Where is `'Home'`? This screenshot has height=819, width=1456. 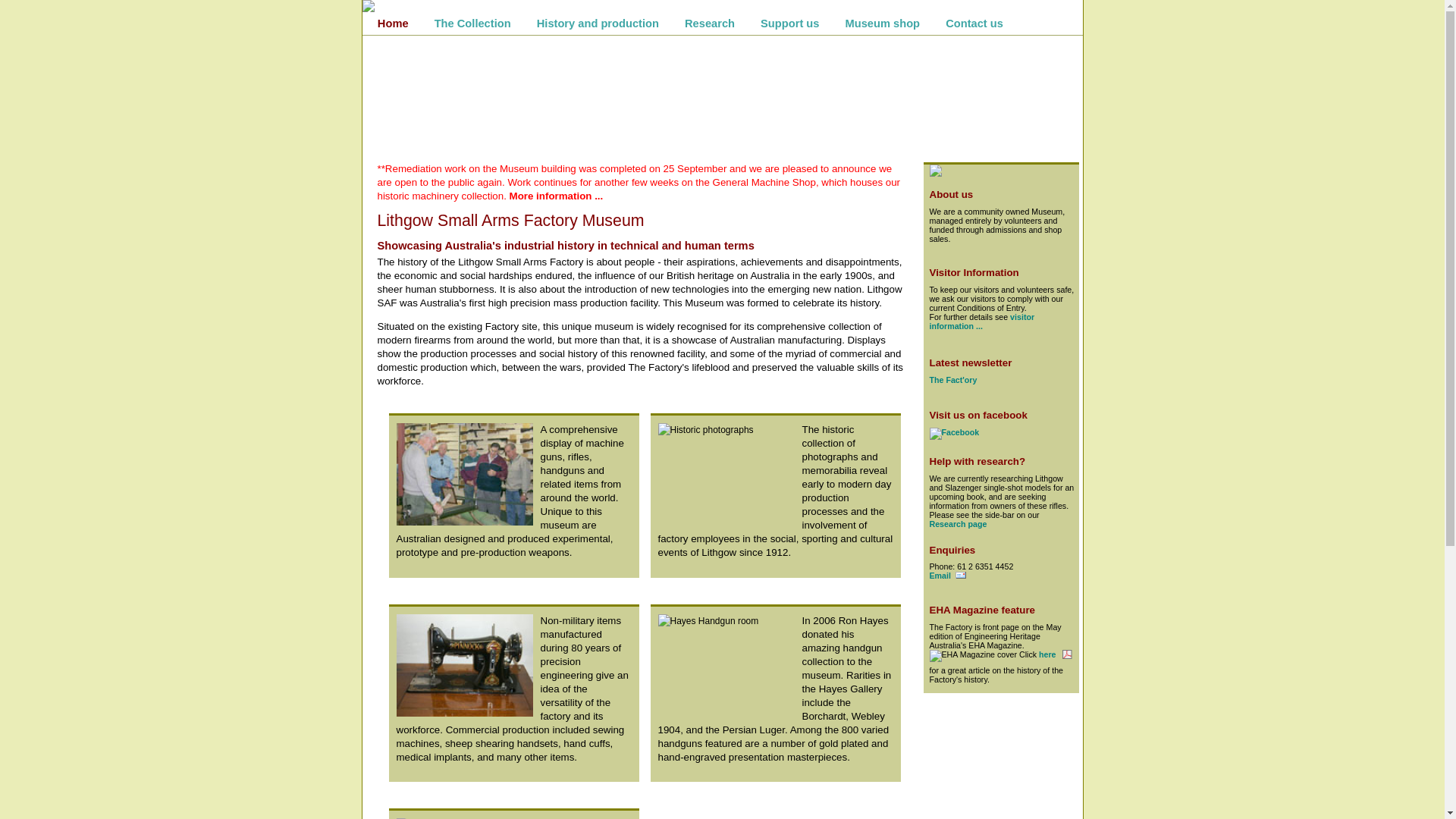 'Home' is located at coordinates (393, 23).